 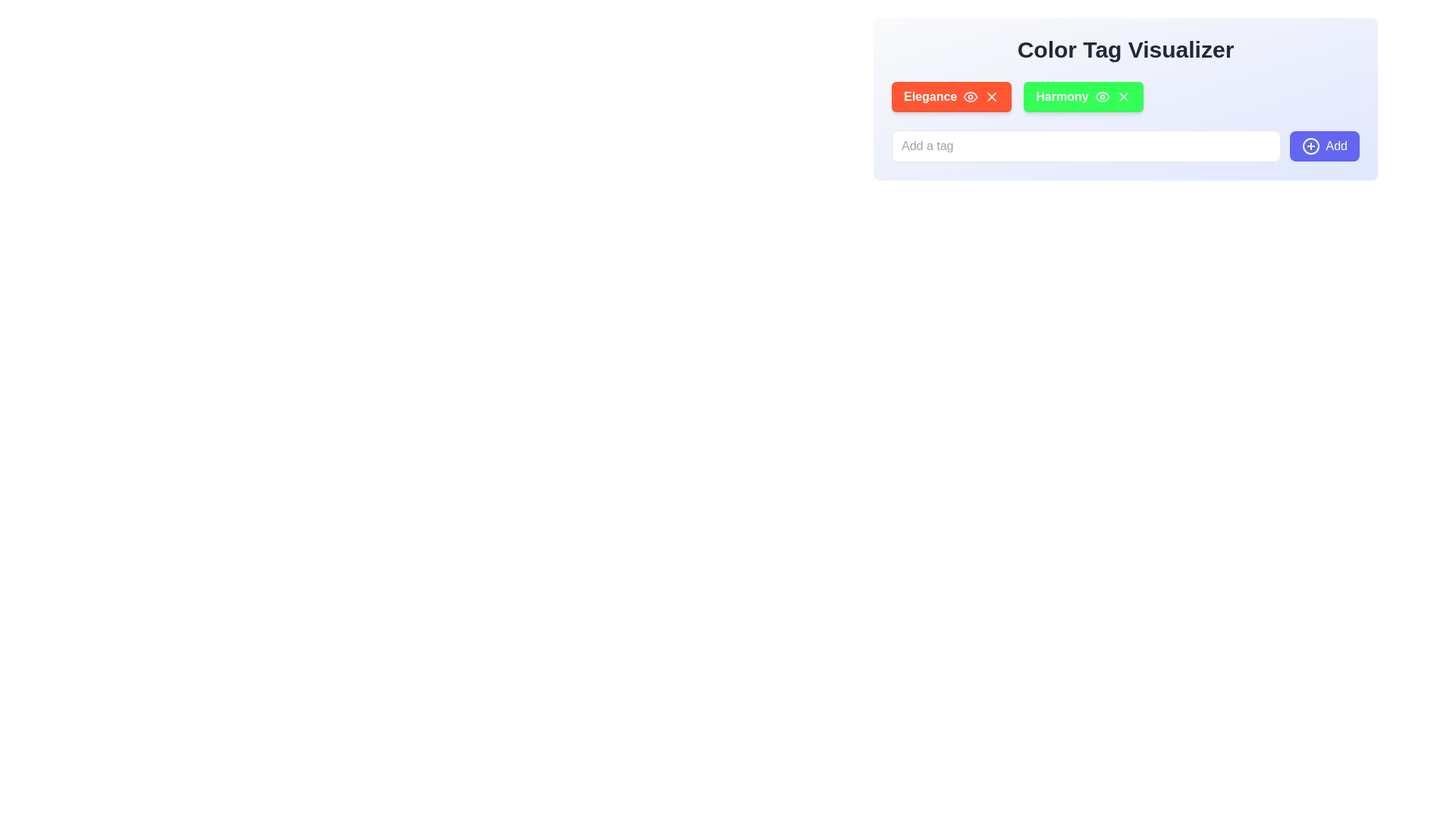 I want to click on the 'Harmony' tag button, which is a multi-functional button with an eye icon for visibility toggle and an 'X' symbol for removal, located below the 'Color Tag Visualizer' header, so click(x=1082, y=96).